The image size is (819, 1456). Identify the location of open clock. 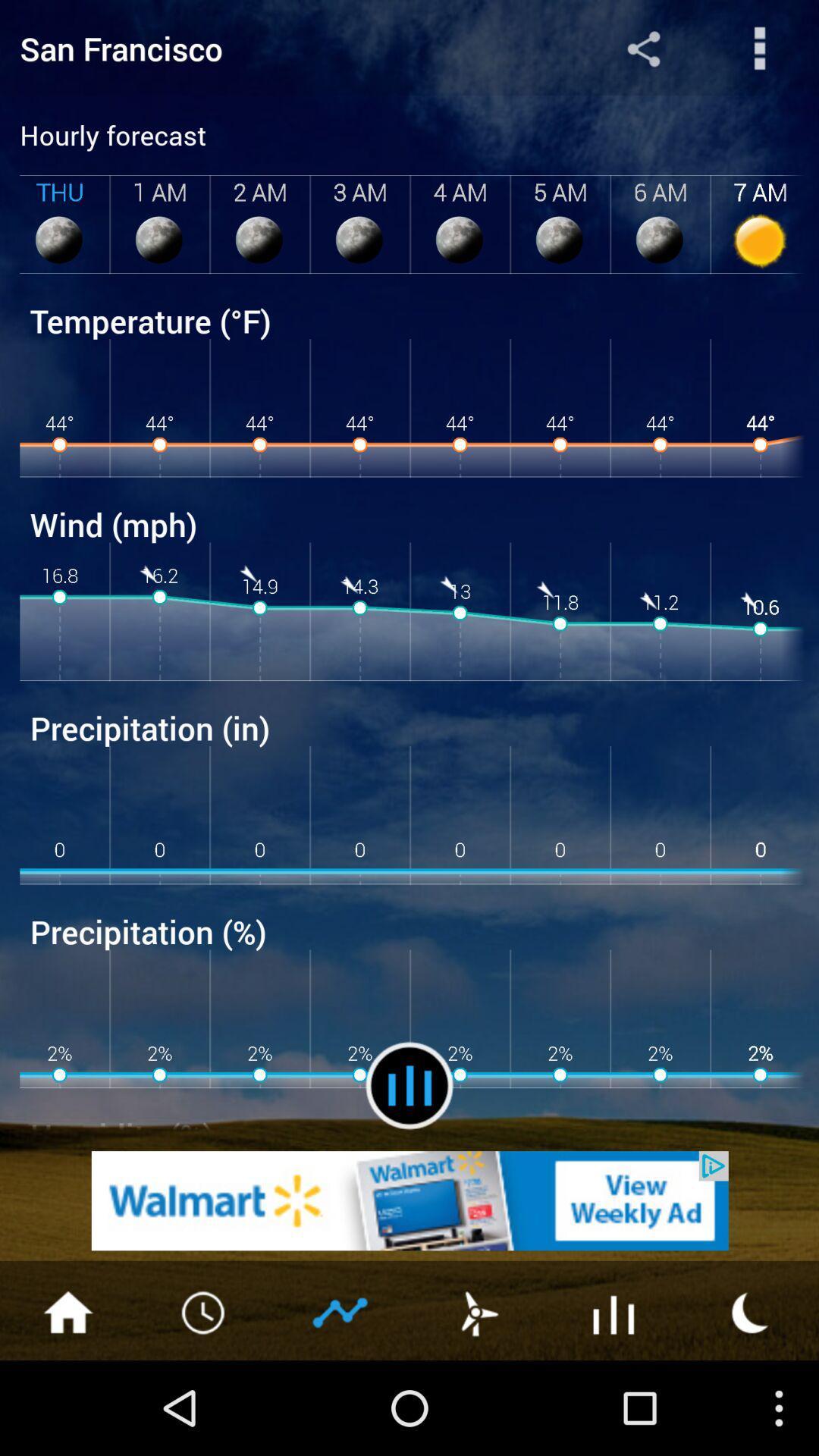
(205, 1310).